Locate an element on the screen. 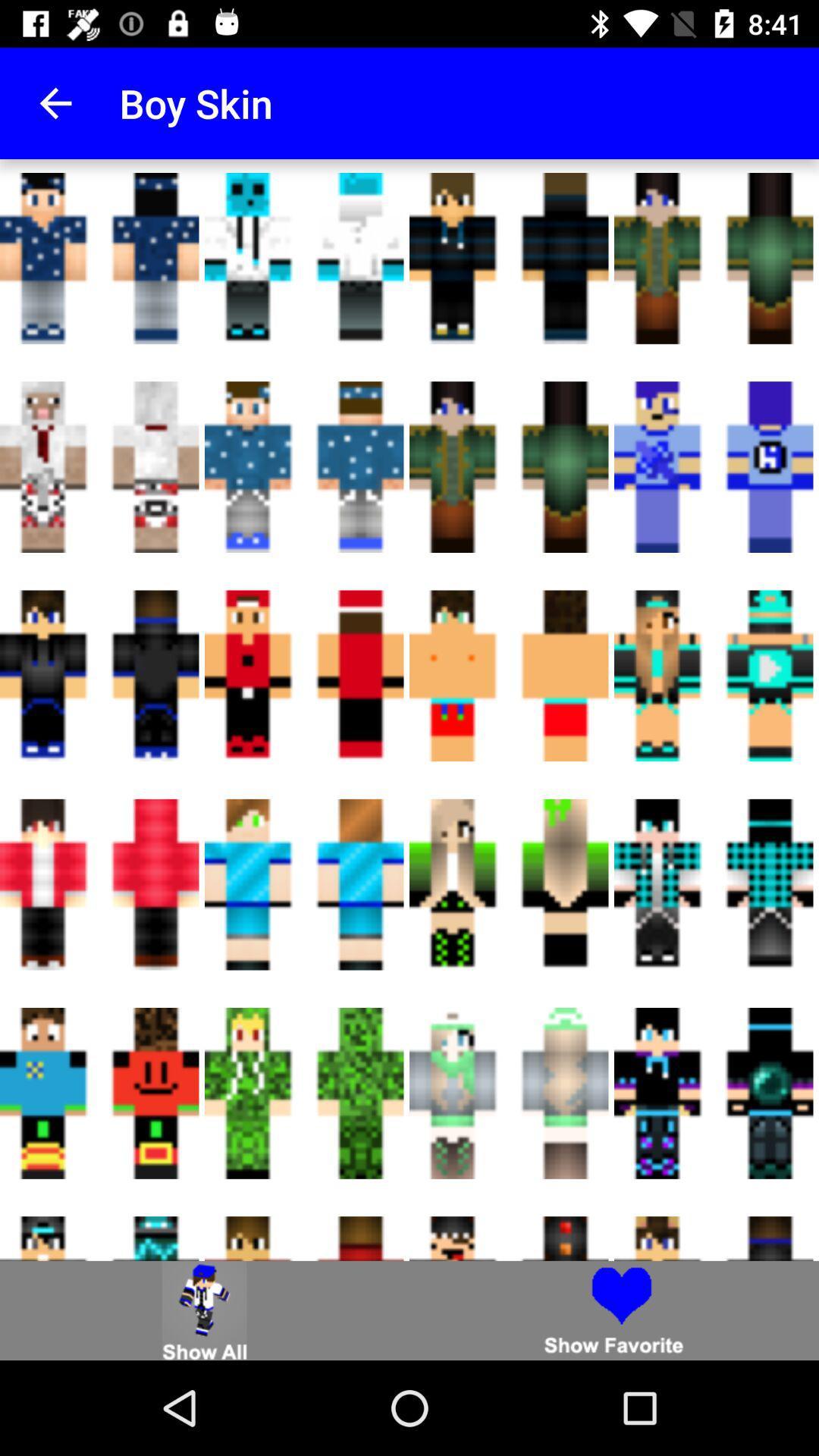 The image size is (819, 1456). show all is located at coordinates (205, 1310).